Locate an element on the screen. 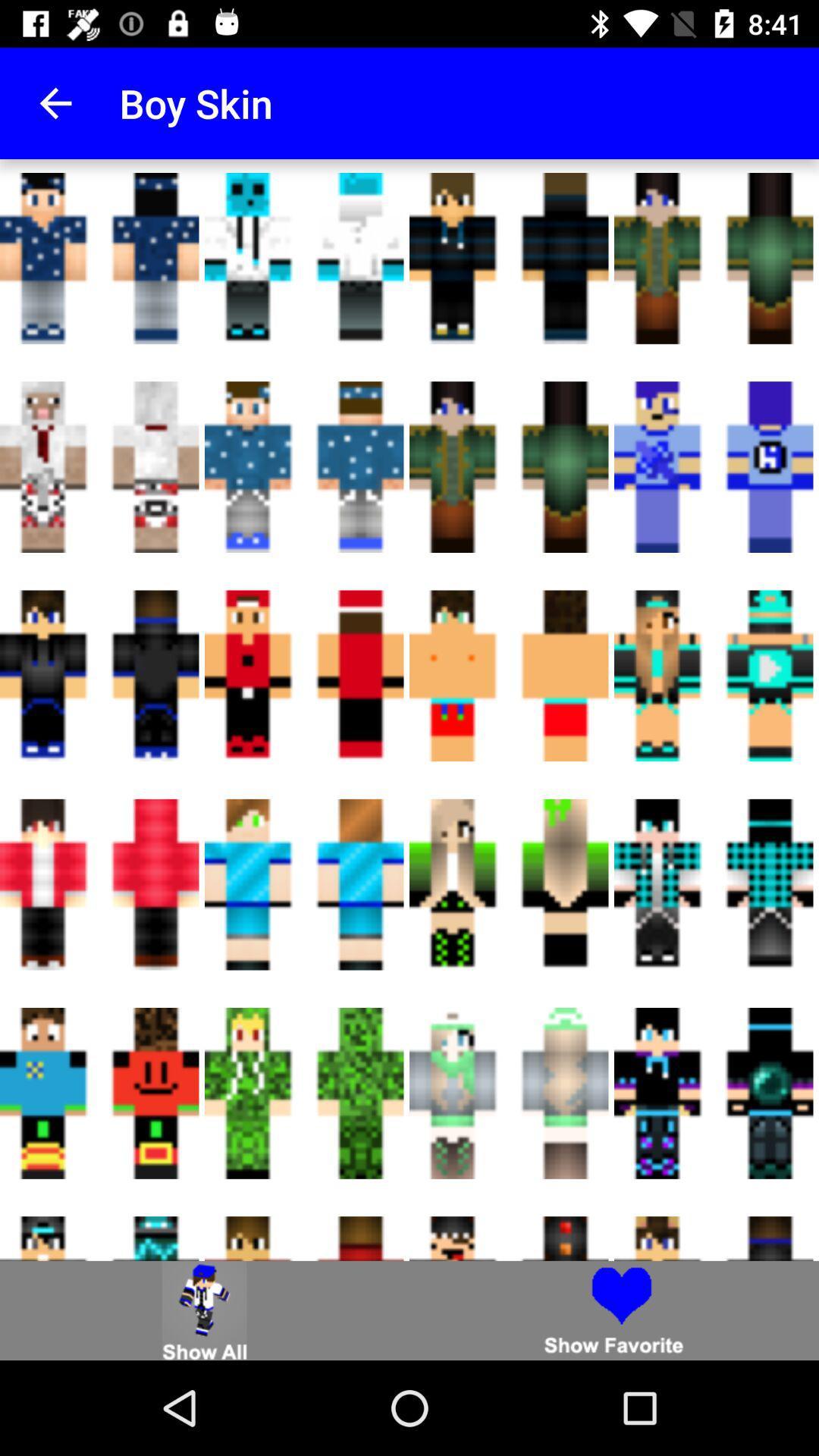 The image size is (819, 1456). show all is located at coordinates (205, 1310).